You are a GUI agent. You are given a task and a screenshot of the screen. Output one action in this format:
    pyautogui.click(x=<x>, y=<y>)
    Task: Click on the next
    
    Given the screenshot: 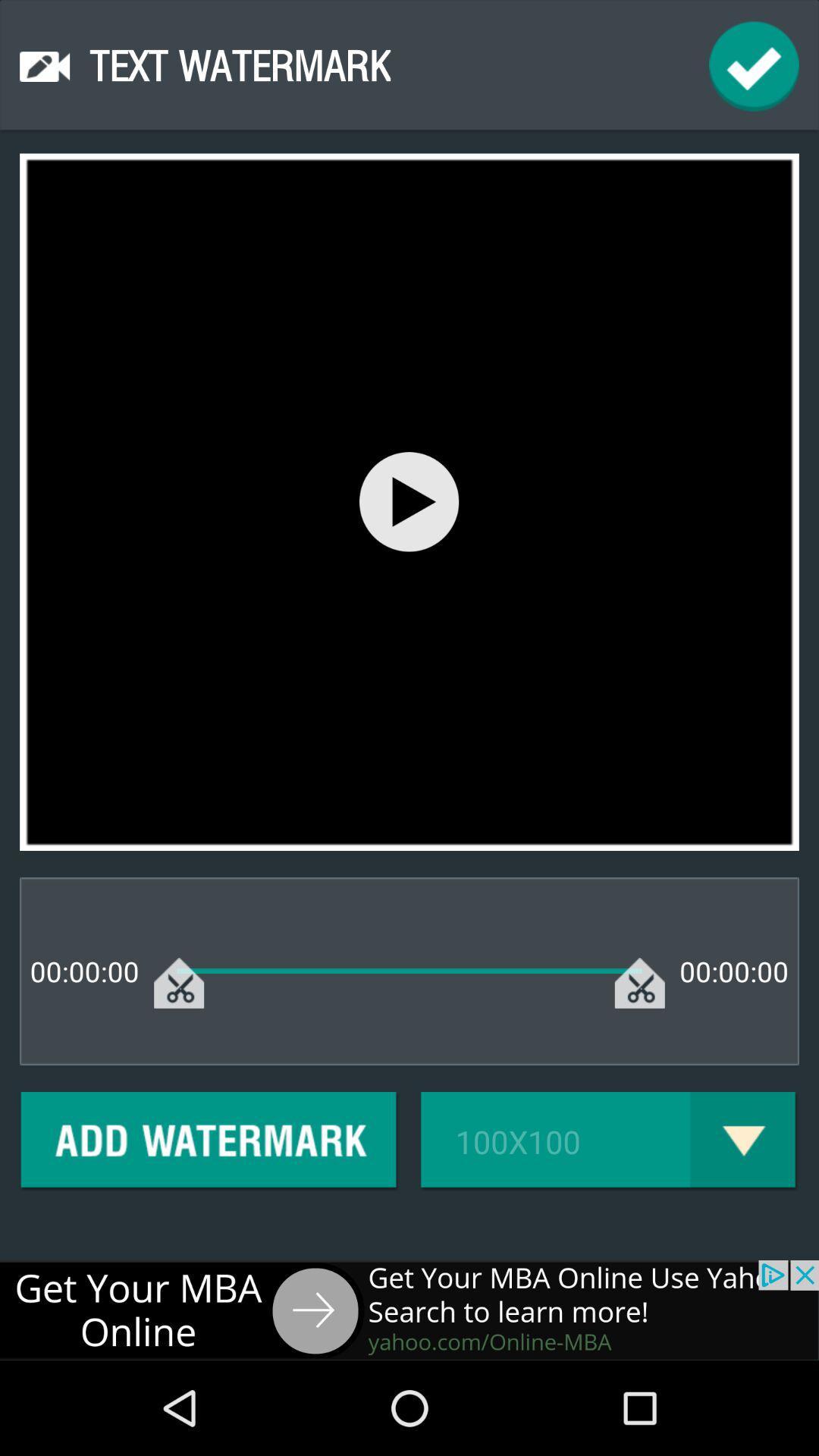 What is the action you would take?
    pyautogui.click(x=409, y=1309)
    